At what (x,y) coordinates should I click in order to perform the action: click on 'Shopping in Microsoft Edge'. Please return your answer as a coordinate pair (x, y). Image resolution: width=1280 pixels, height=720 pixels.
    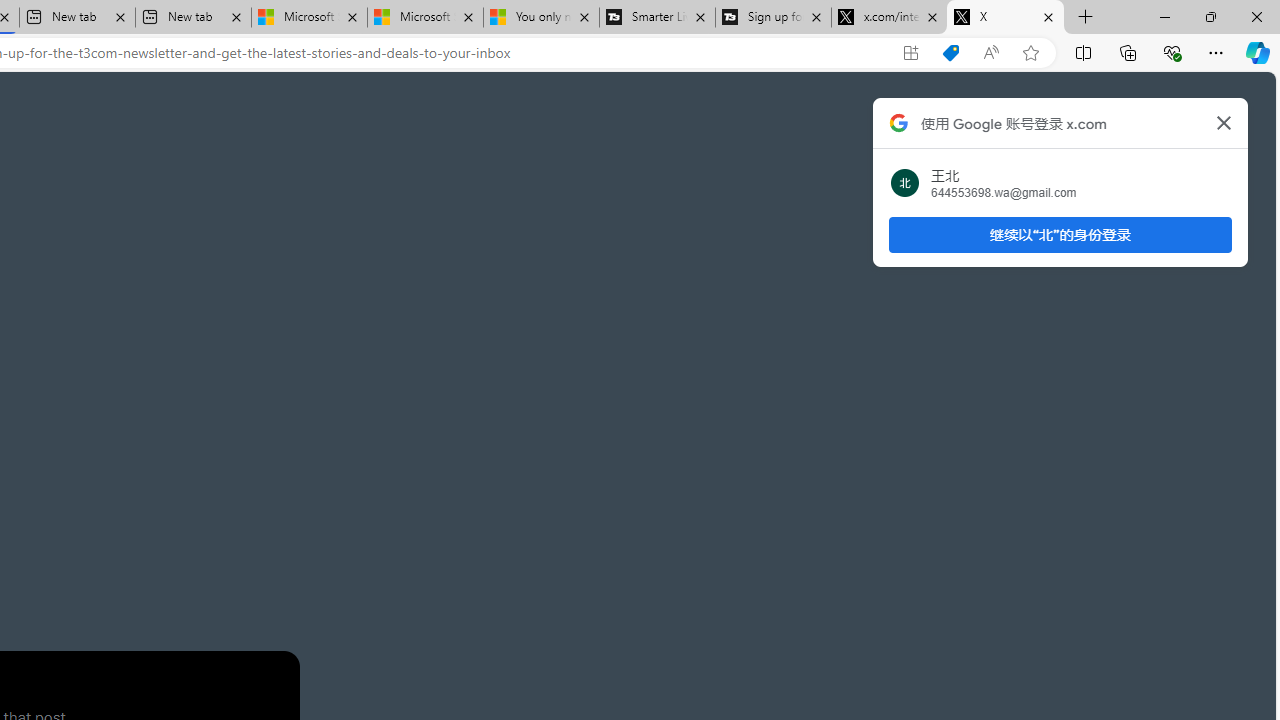
    Looking at the image, I should click on (950, 52).